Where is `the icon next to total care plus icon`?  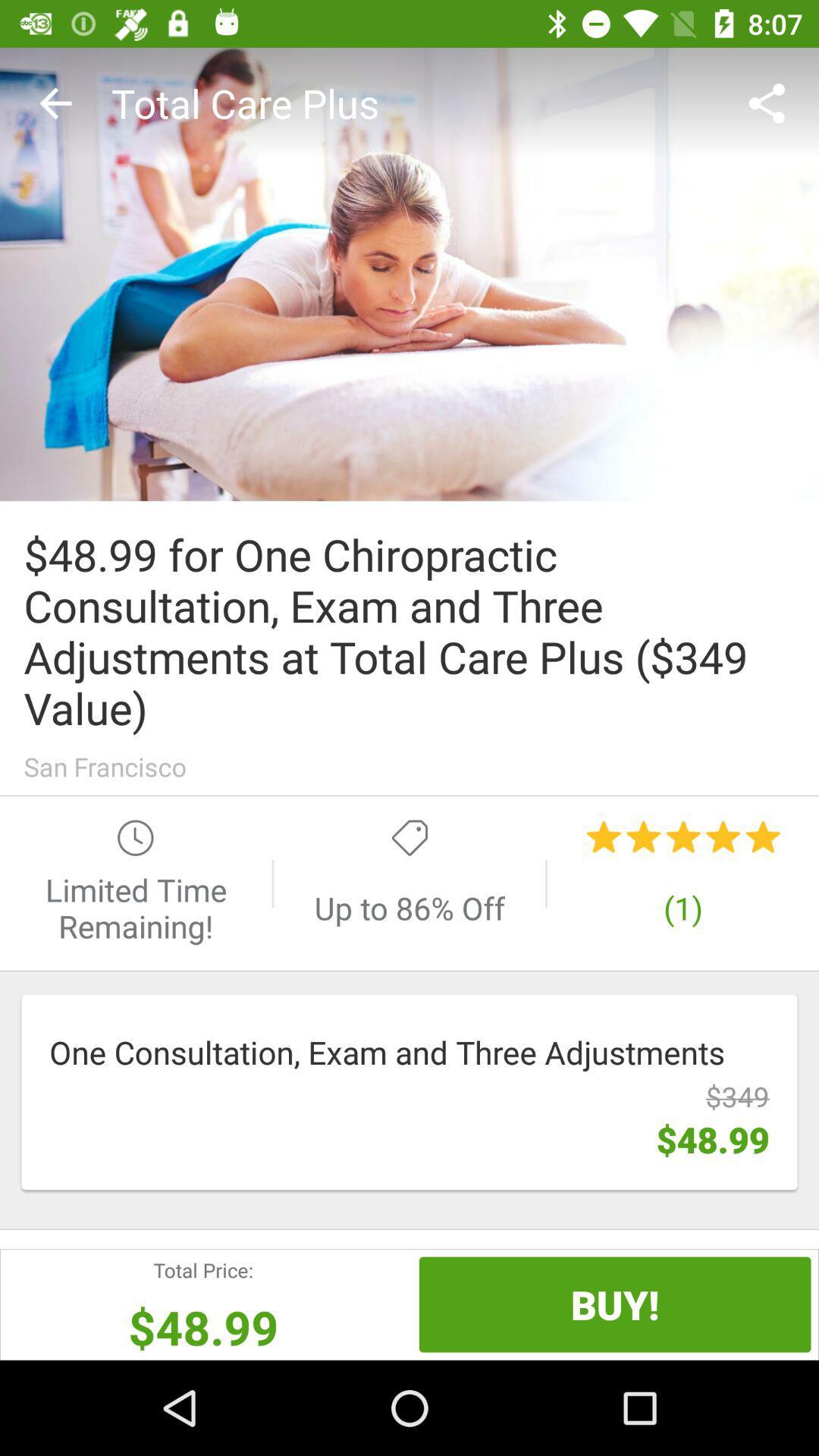
the icon next to total care plus icon is located at coordinates (55, 102).